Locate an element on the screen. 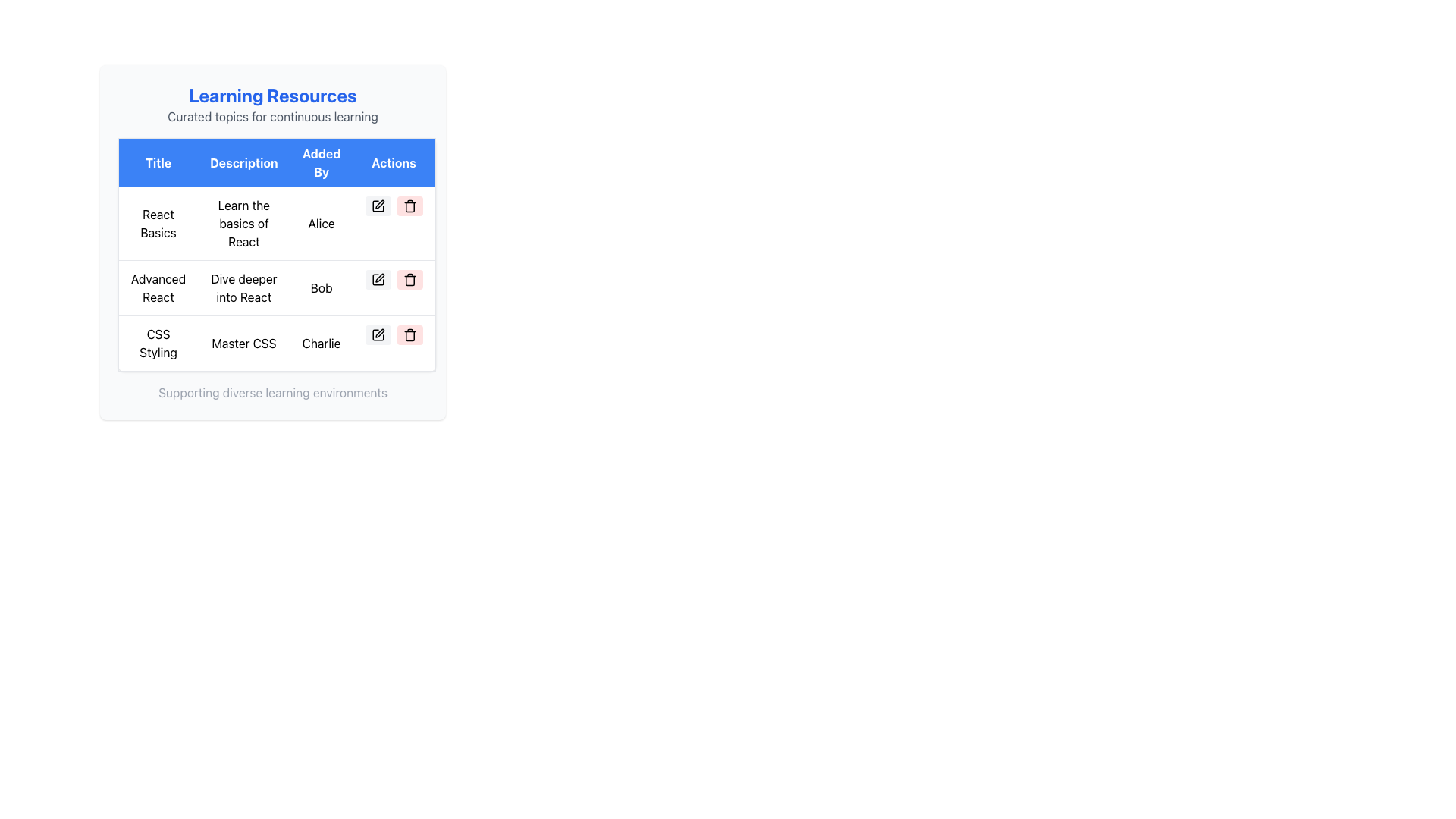 The width and height of the screenshot is (1456, 819). the edit icon button represented by a pen symbol in the 'Actions' column of the second row for 'Advanced React' in the 'Learning Resources' table to initiate editing is located at coordinates (378, 280).